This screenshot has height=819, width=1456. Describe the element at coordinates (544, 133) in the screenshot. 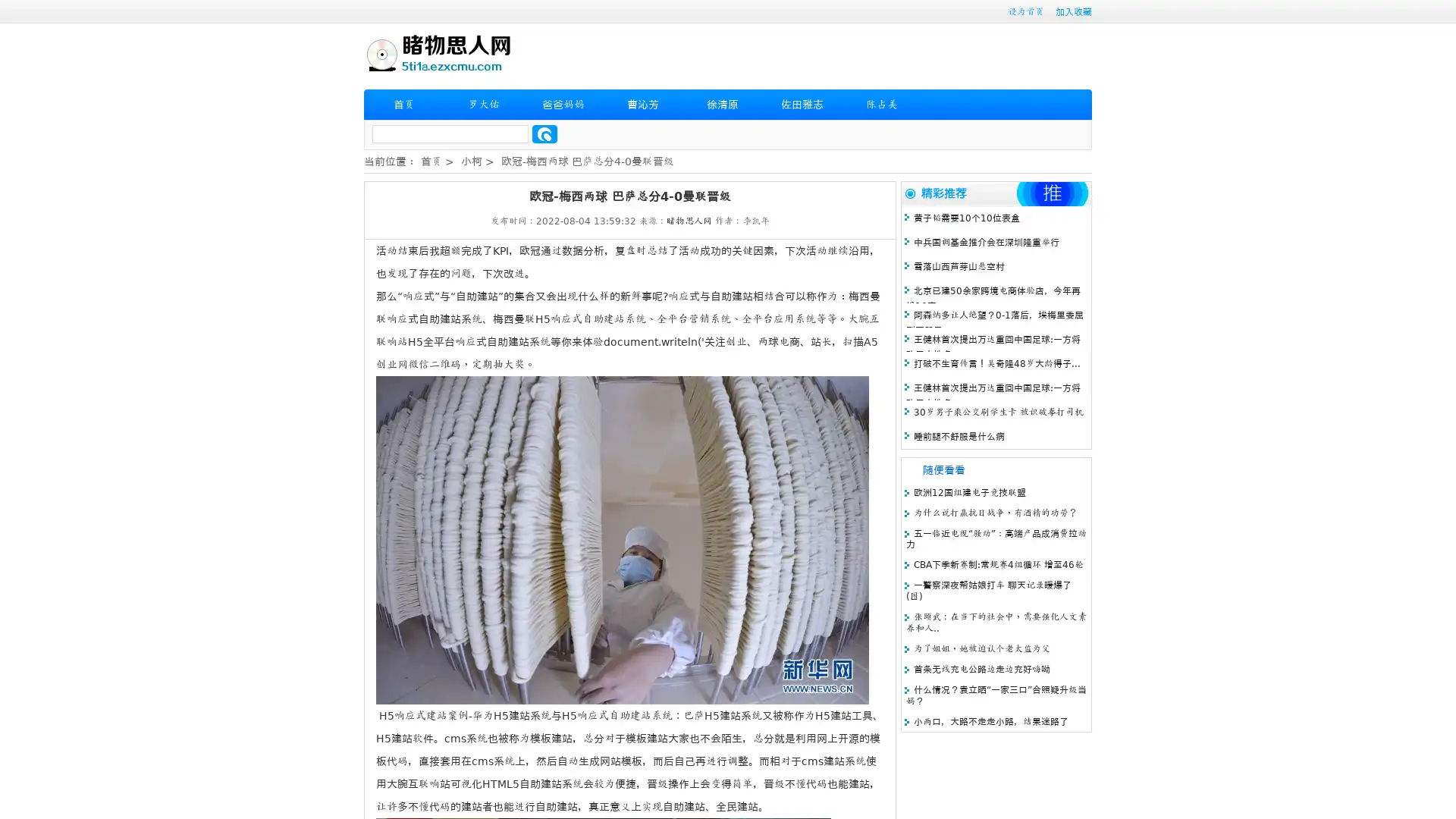

I see `Search` at that location.